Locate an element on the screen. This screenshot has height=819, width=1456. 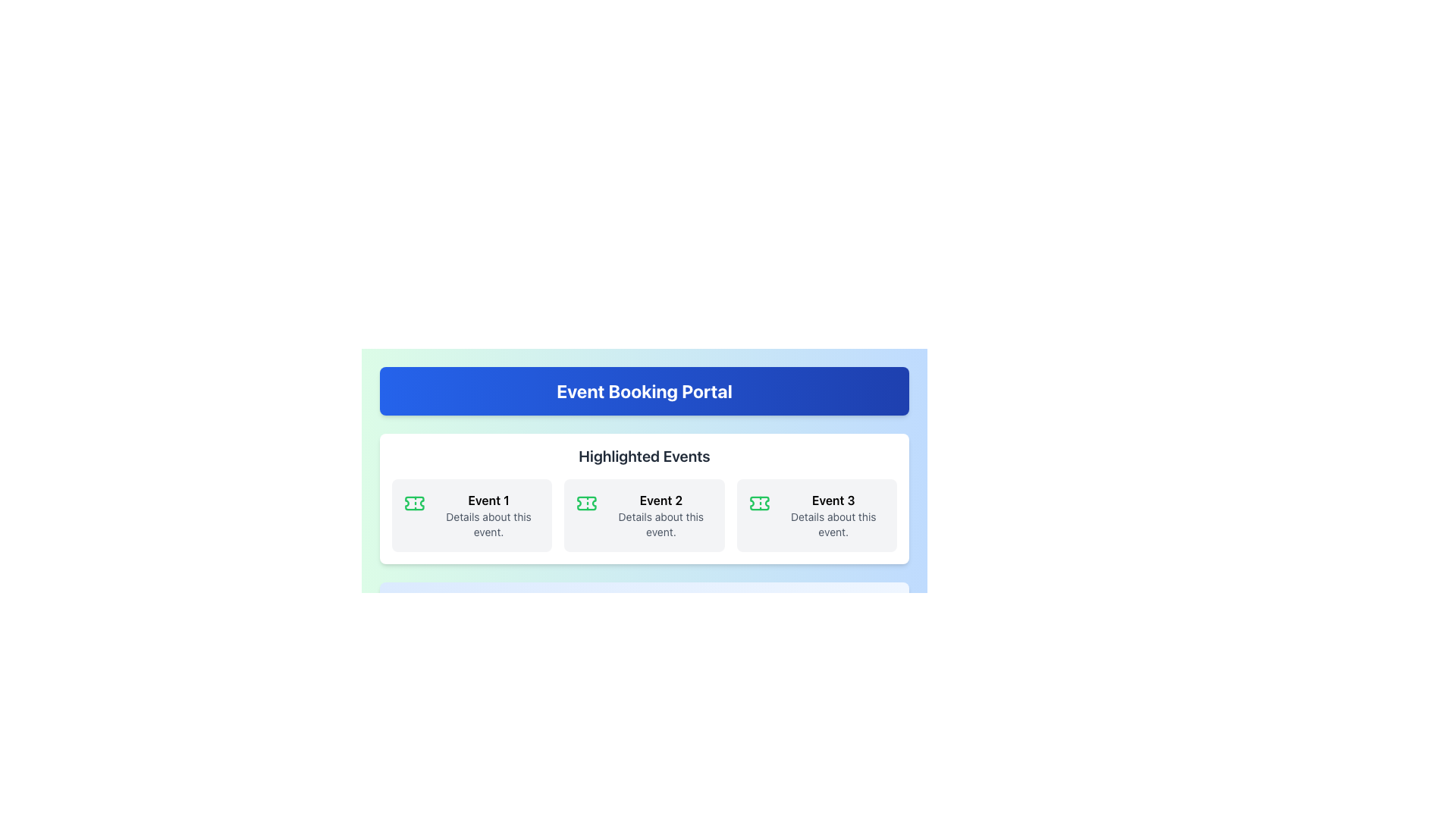
the green SVG ticket icon located next to the text 'Event 3Details about this event.' within the third event card of the 'Highlighted Events' section is located at coordinates (759, 503).